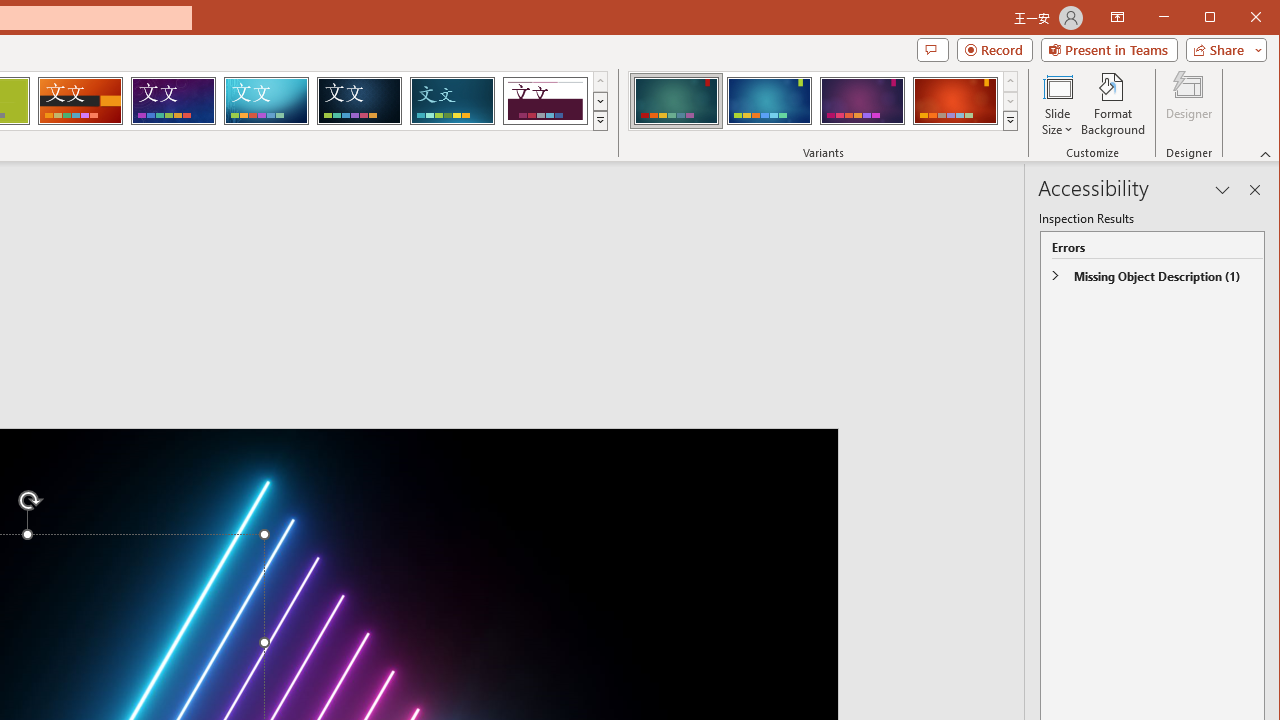 Image resolution: width=1280 pixels, height=720 pixels. I want to click on 'Ion Variant 2', so click(768, 100).